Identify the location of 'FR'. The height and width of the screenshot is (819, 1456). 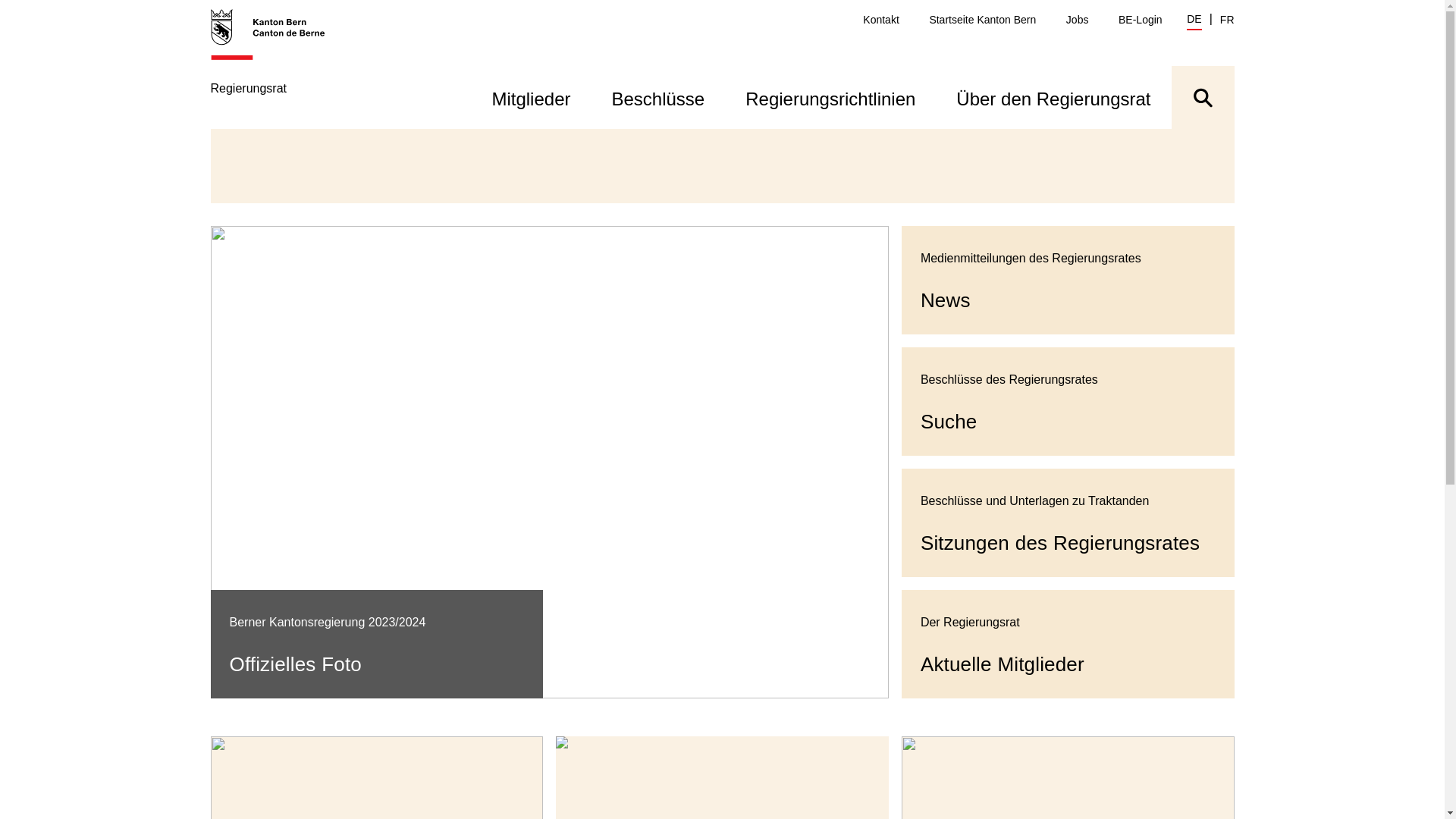
(1227, 20).